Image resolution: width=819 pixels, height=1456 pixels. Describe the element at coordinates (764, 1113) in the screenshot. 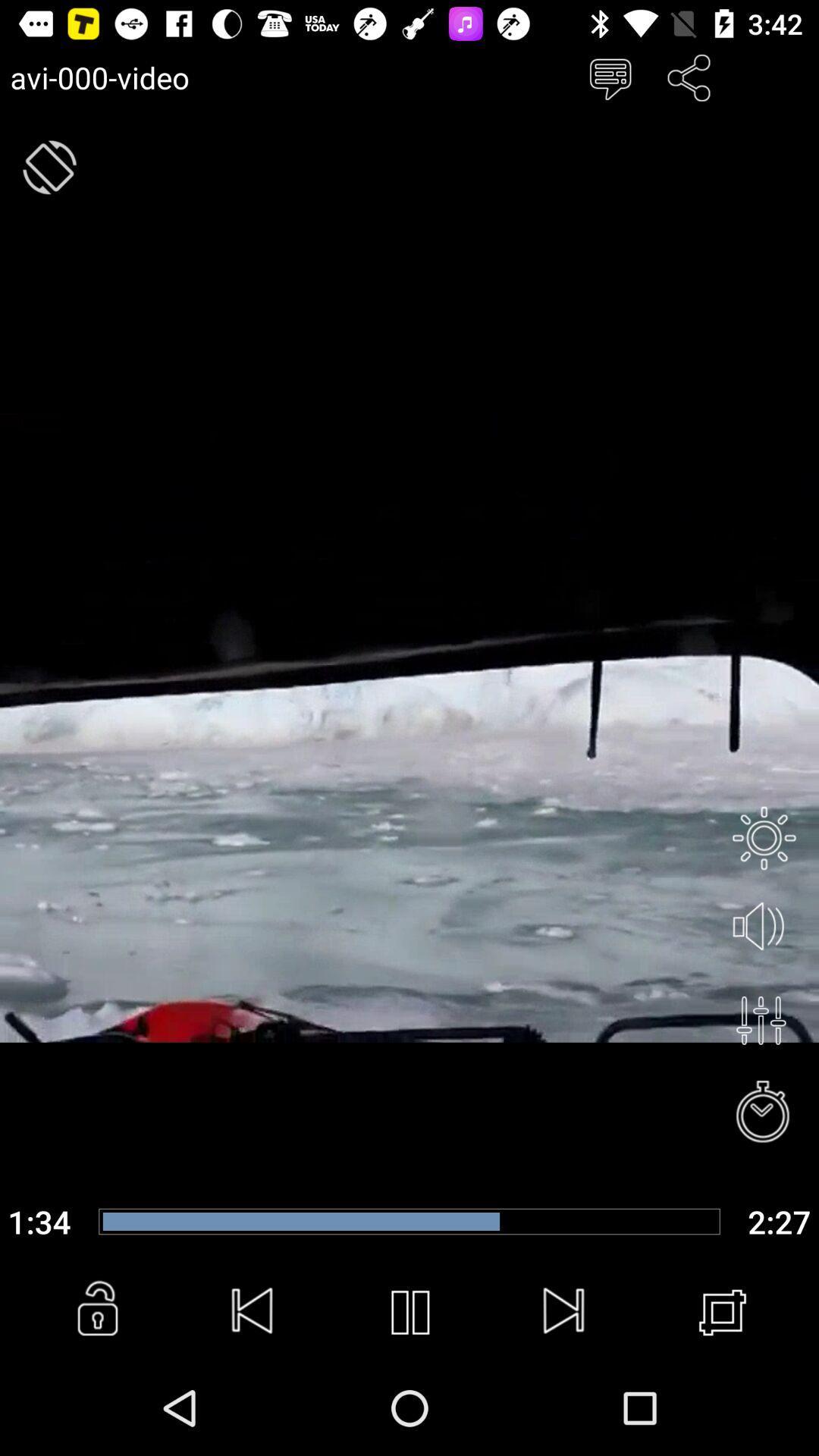

I see `alaram button` at that location.